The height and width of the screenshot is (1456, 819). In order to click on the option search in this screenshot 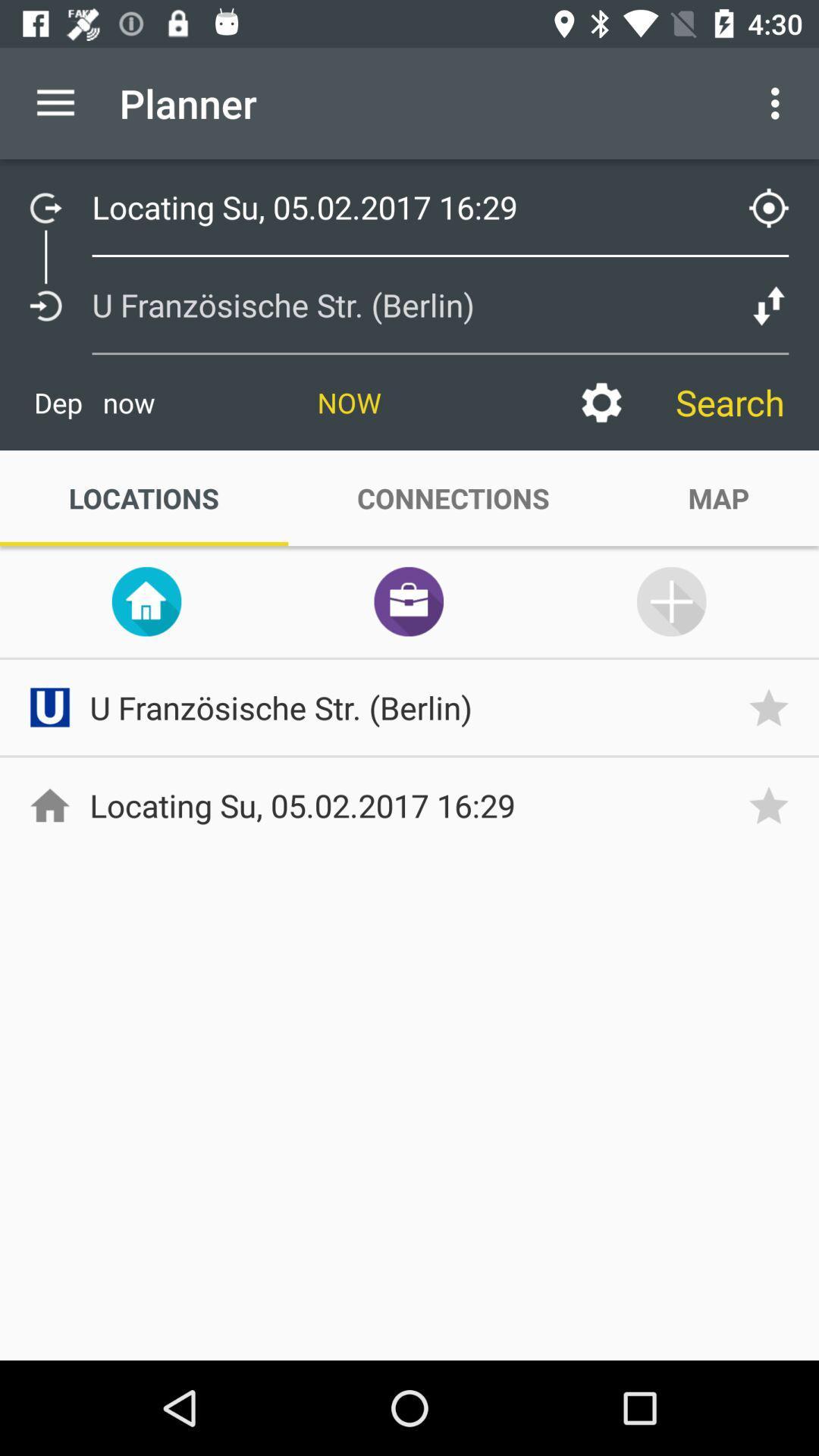, I will do `click(730, 403)`.